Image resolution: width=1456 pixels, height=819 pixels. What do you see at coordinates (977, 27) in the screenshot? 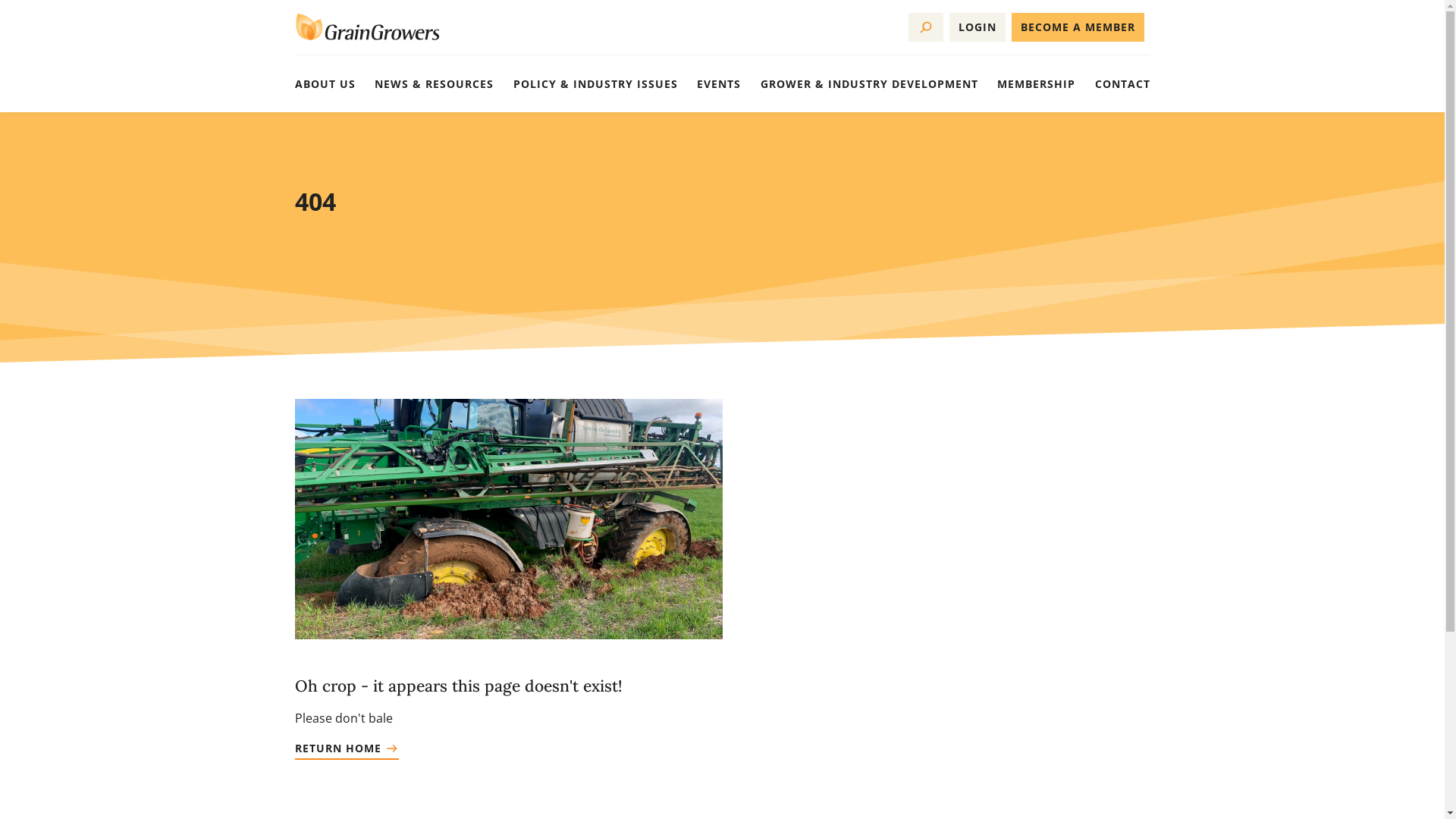
I see `'LOGIN'` at bounding box center [977, 27].